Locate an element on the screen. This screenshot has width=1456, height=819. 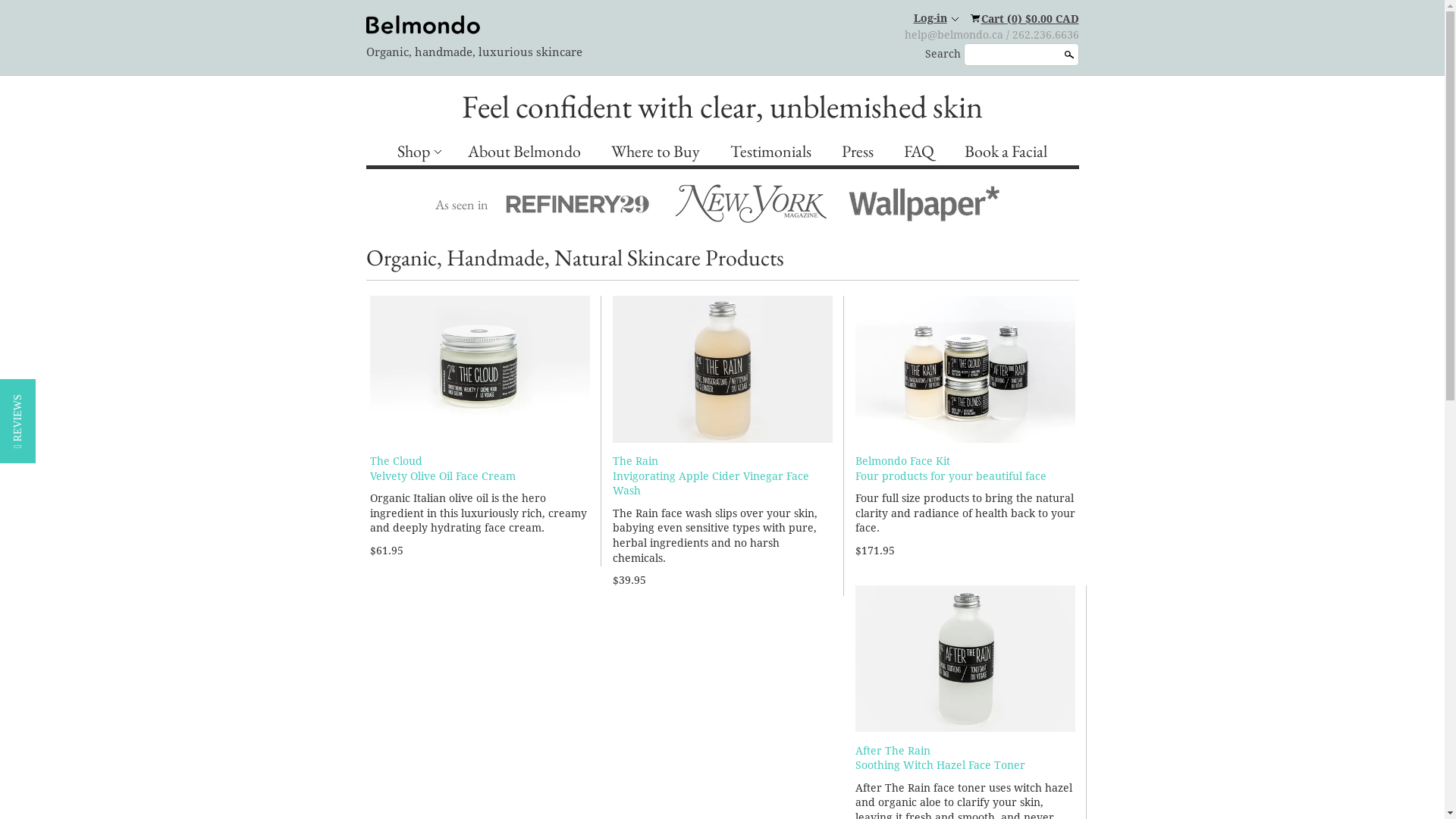
'Belmondo Face Kit' is located at coordinates (902, 460).